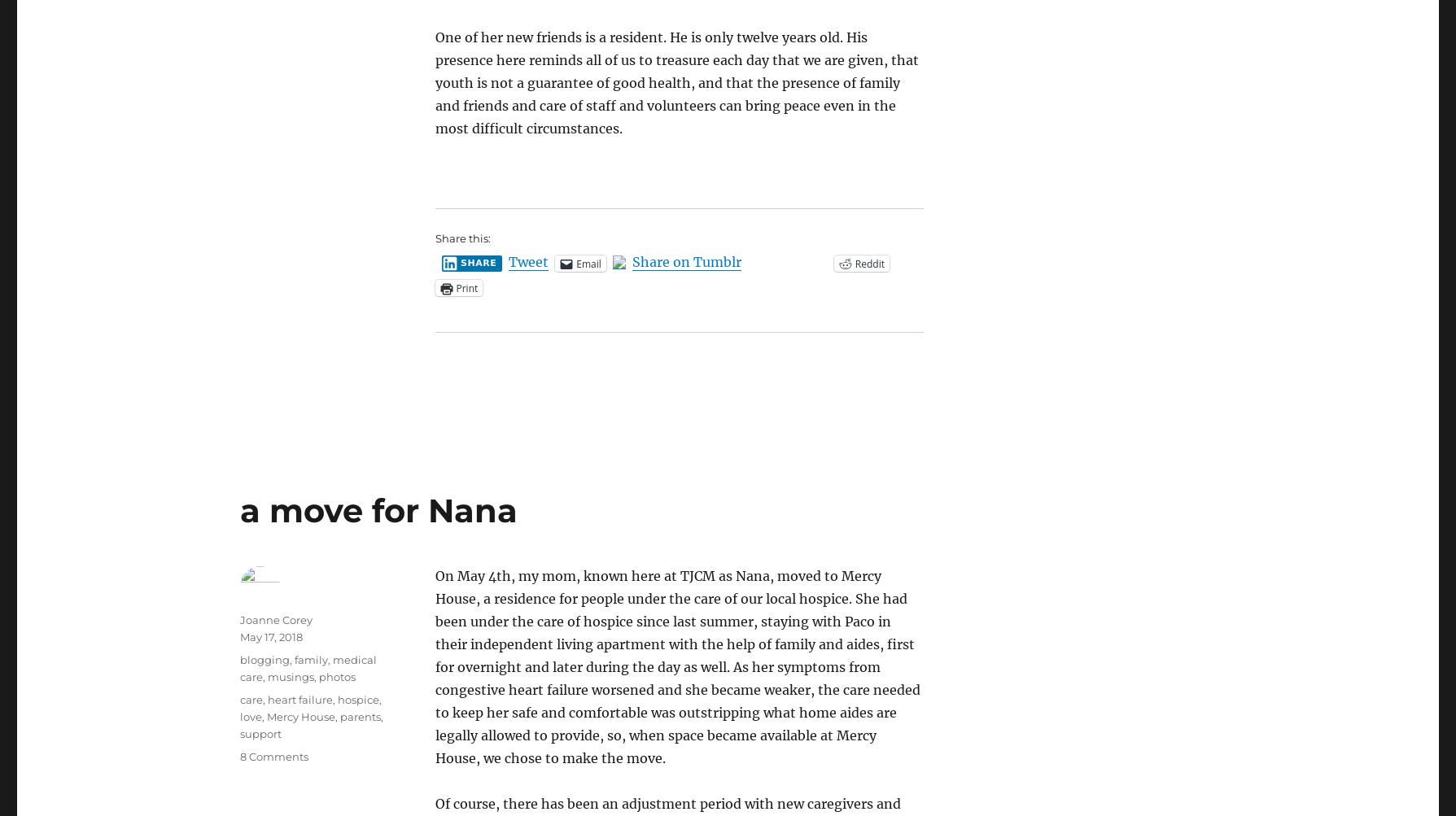 Image resolution: width=1456 pixels, height=816 pixels. What do you see at coordinates (677, 666) in the screenshot?
I see `'On May 4th, my mom, known here at TJCM as Nana, moved to Mercy House, a residence for people under the care of our local hospice. She had been under the care of hospice since last summer, staying with Paco in their independent living apartment with the help of family and aides, first for overnight and later during the day as well. As her symptoms from congestive heart failure worsened and she became weaker, the care needed to keep her safe and comfortable was outstripping what home aides are legally allowed to provide, so, when space became available at Mercy House, we chose to make the move.'` at bounding box center [677, 666].